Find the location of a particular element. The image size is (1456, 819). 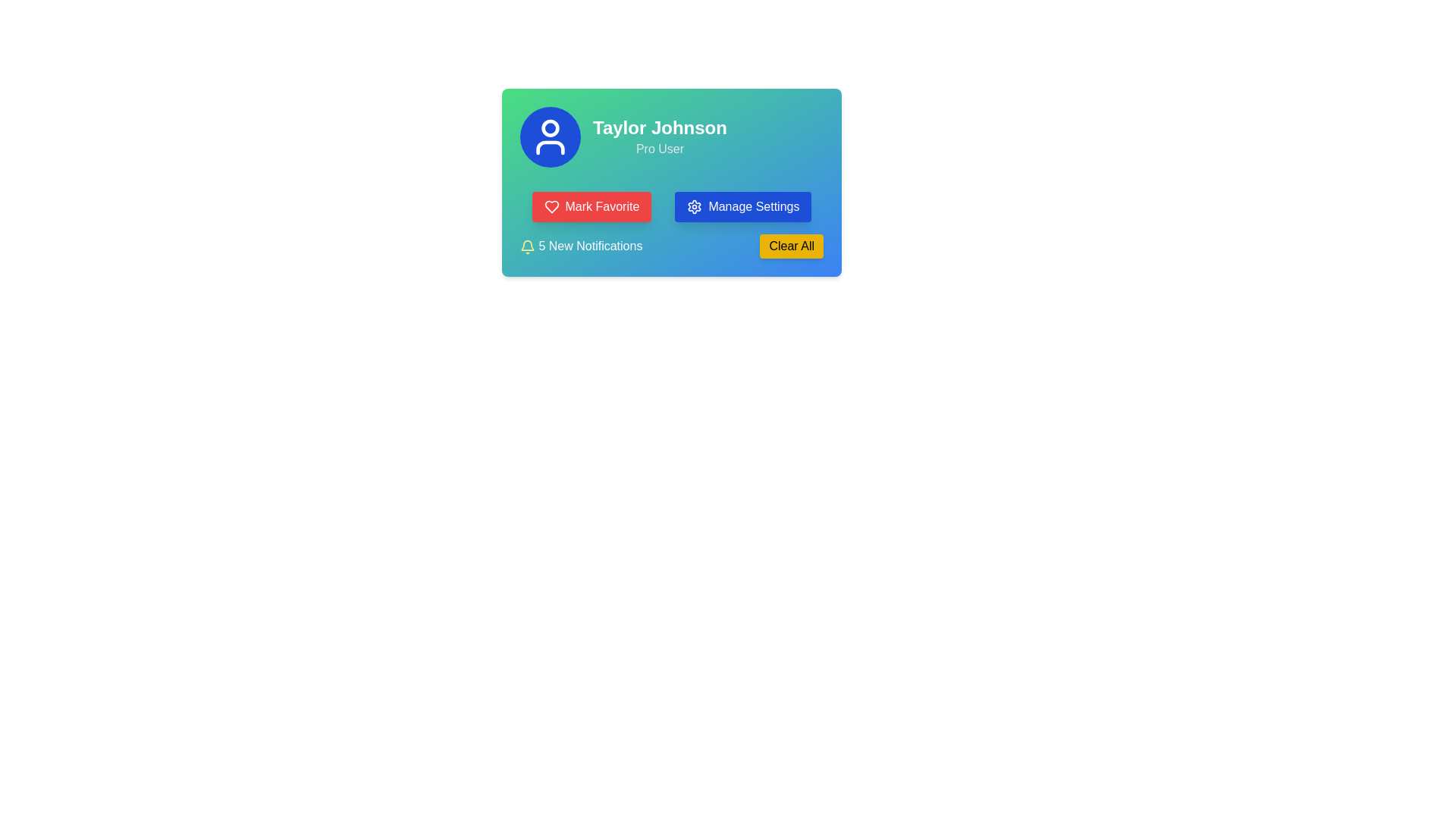

the favorite button, which is the first button in a row of options is located at coordinates (591, 207).